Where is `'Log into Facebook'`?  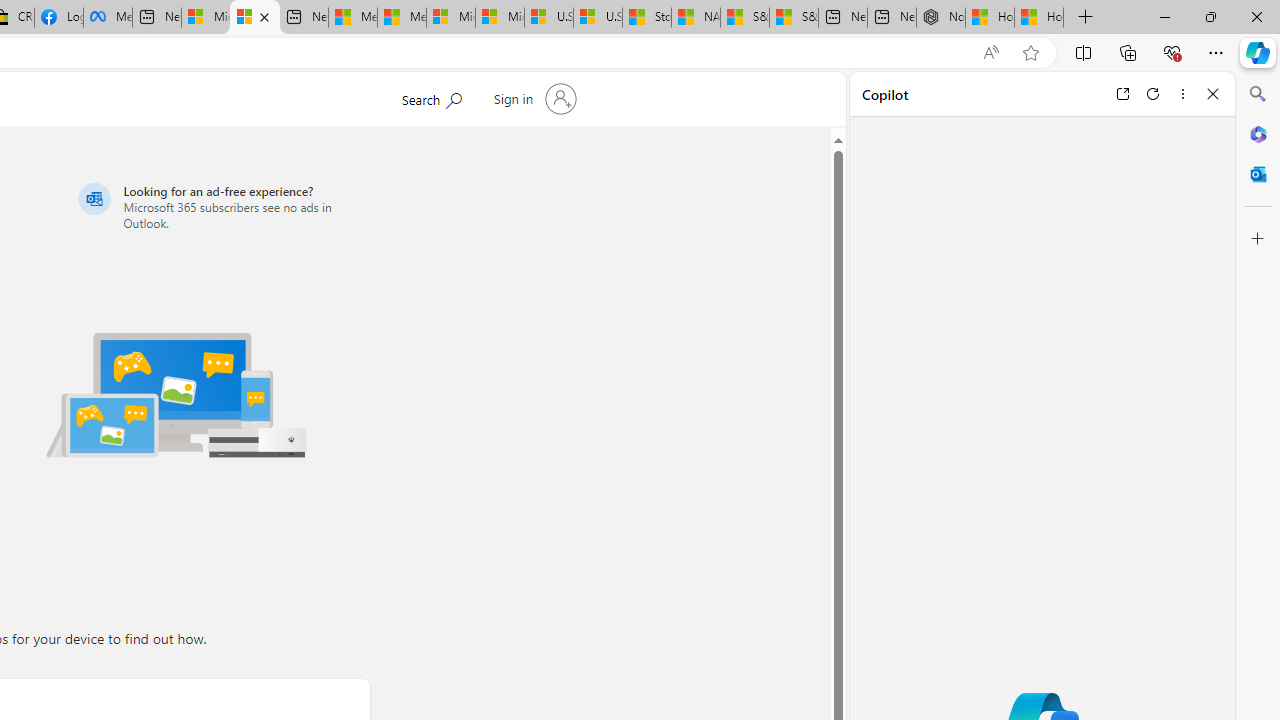
'Log into Facebook' is located at coordinates (58, 17).